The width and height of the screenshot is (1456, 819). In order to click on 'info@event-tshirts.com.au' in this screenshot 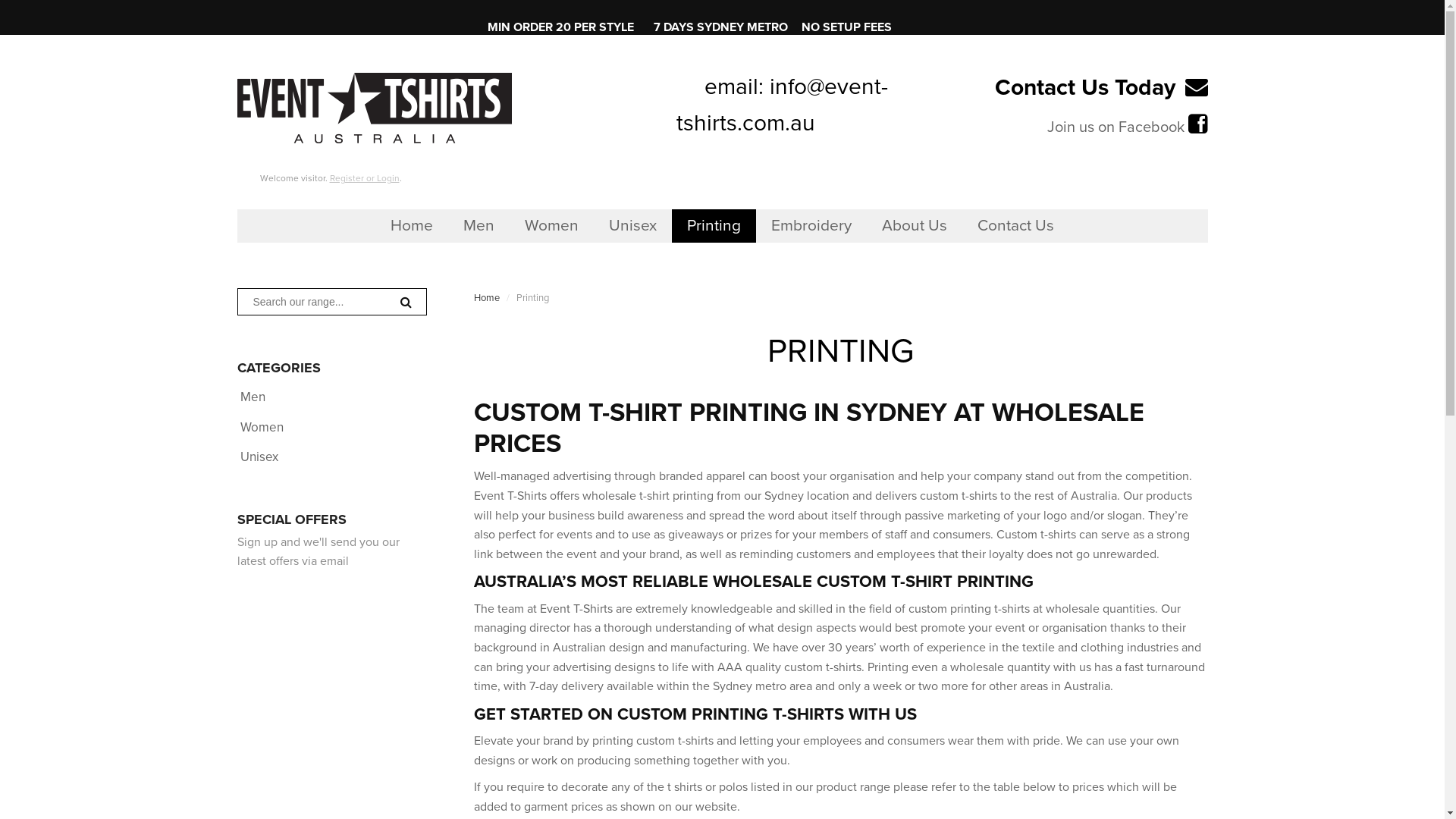, I will do `click(782, 104)`.